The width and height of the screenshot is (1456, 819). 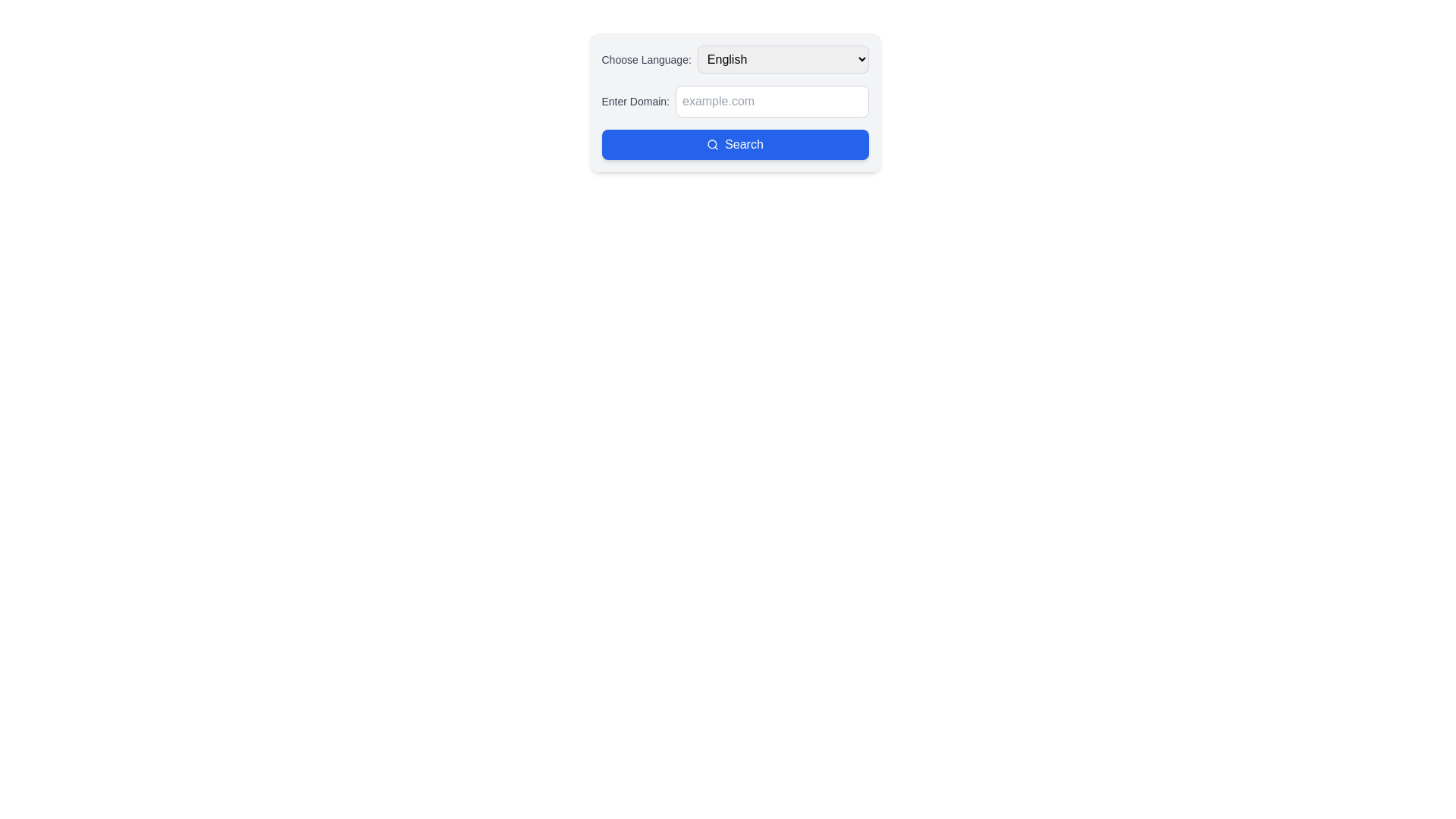 What do you see at coordinates (735, 145) in the screenshot?
I see `the blue rectangular button labeled 'Search' with a white search icon` at bounding box center [735, 145].